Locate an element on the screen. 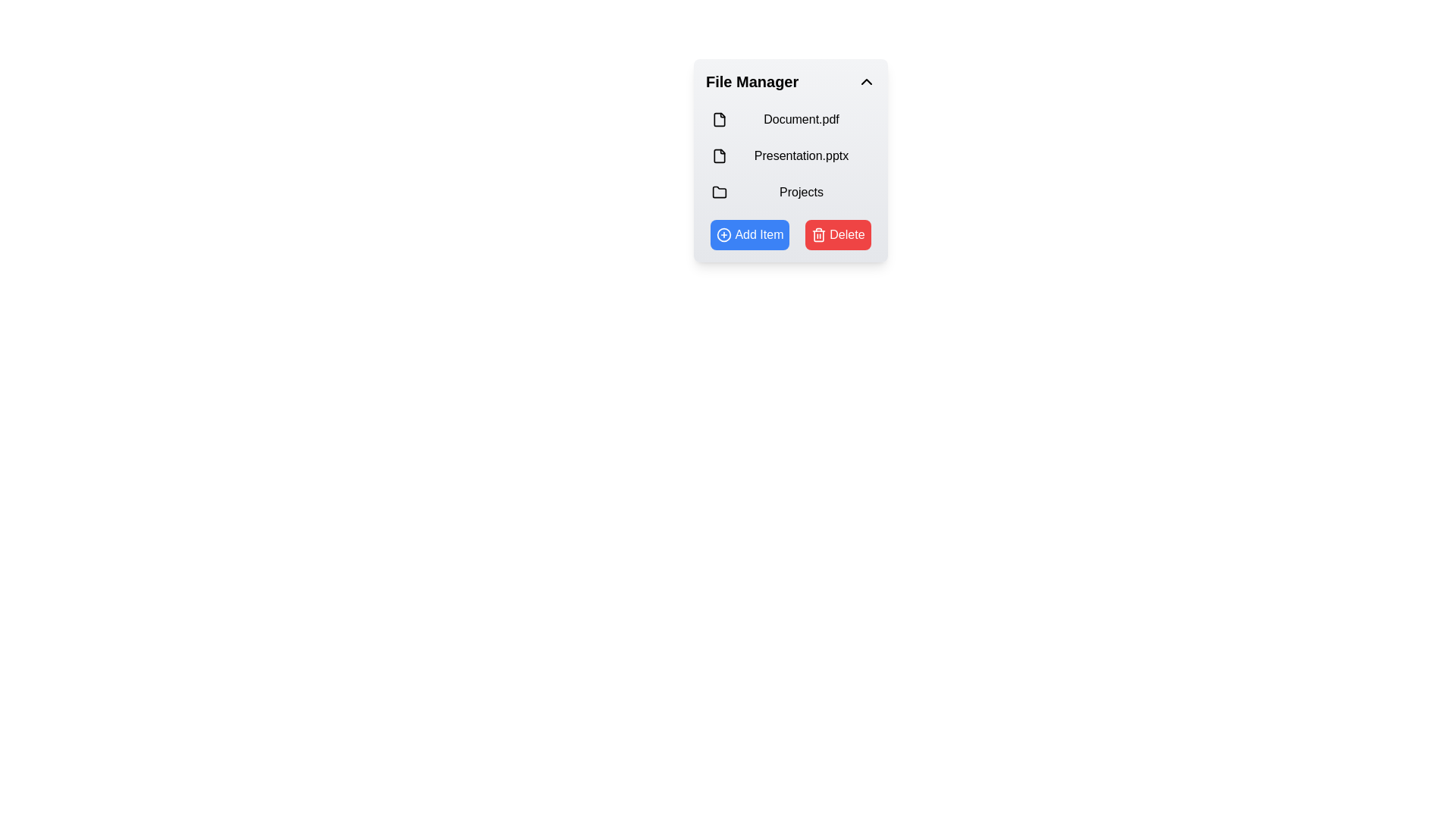  the text label representing the file named 'Document.pdf' in the 'File Manager' section is located at coordinates (800, 119).